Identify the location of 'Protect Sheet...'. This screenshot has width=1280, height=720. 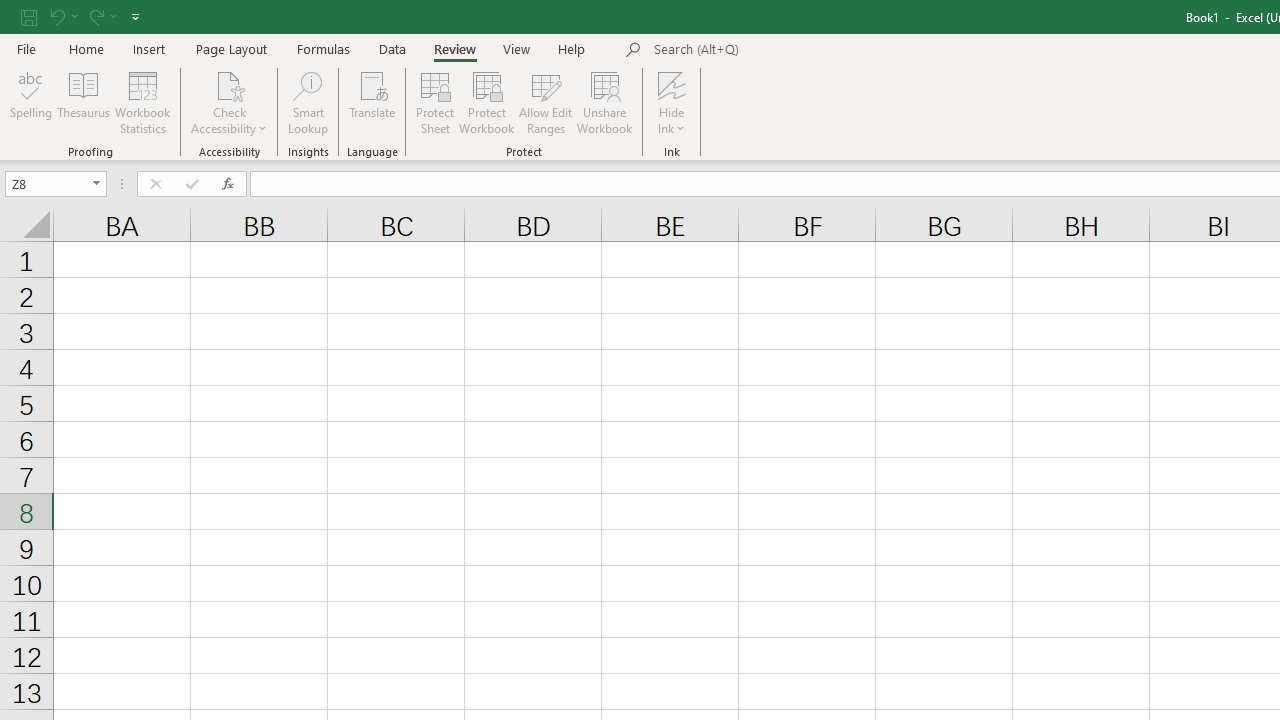
(434, 103).